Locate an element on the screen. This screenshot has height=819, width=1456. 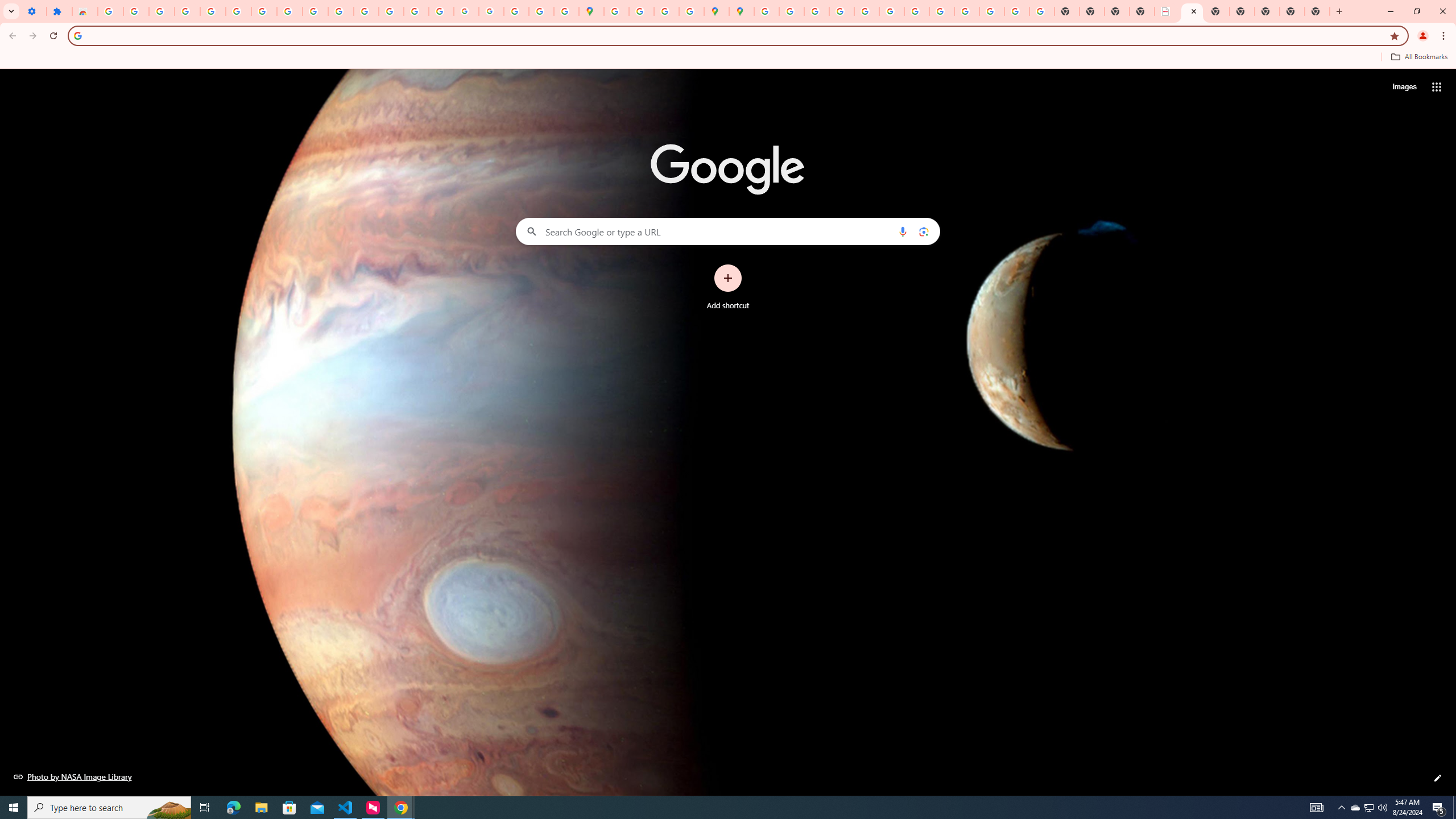
'Delete photos & videos - Computer - Google Photos Help' is located at coordinates (162, 11).